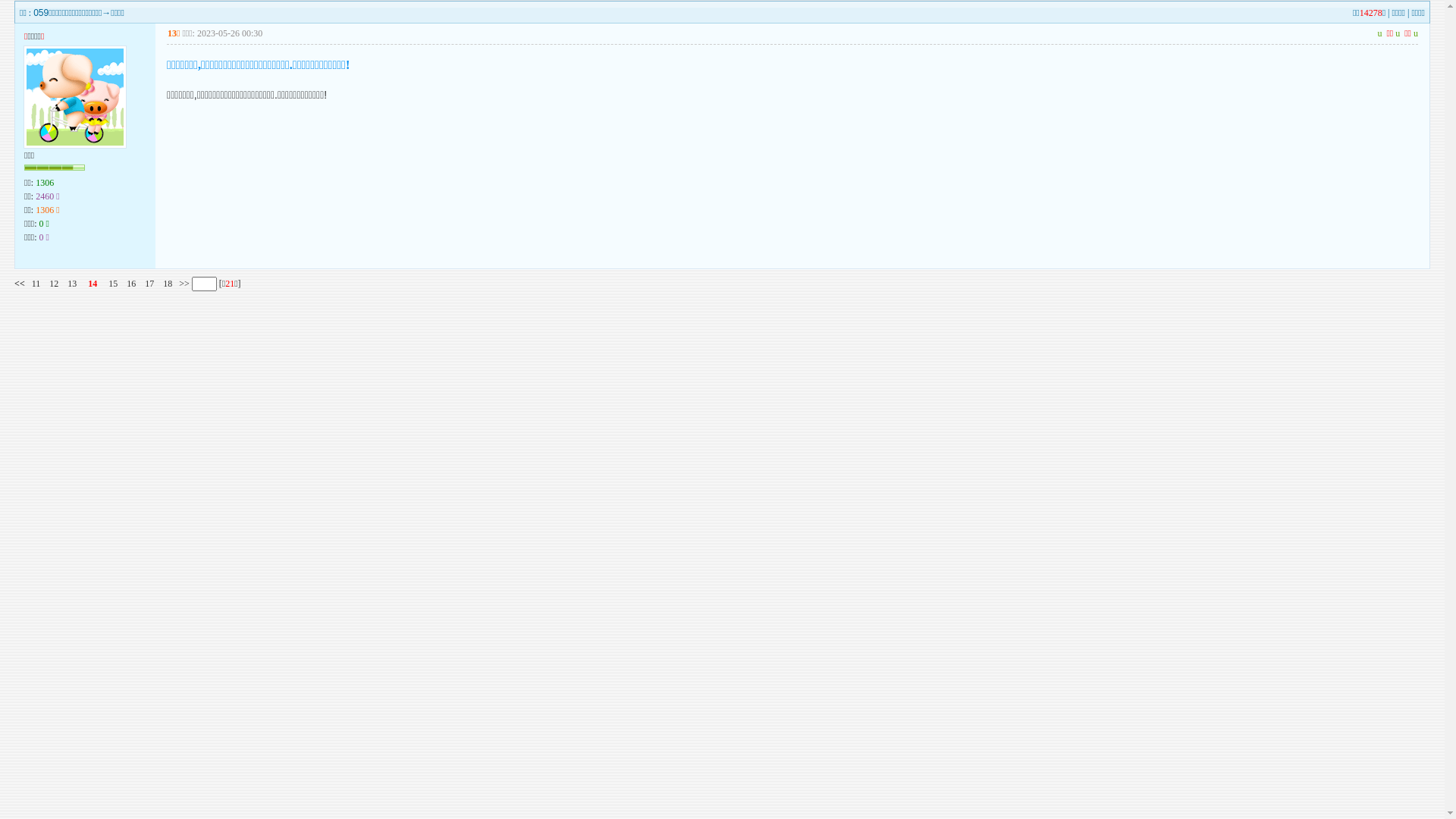 Image resolution: width=1456 pixels, height=819 pixels. I want to click on '<<', so click(19, 284).